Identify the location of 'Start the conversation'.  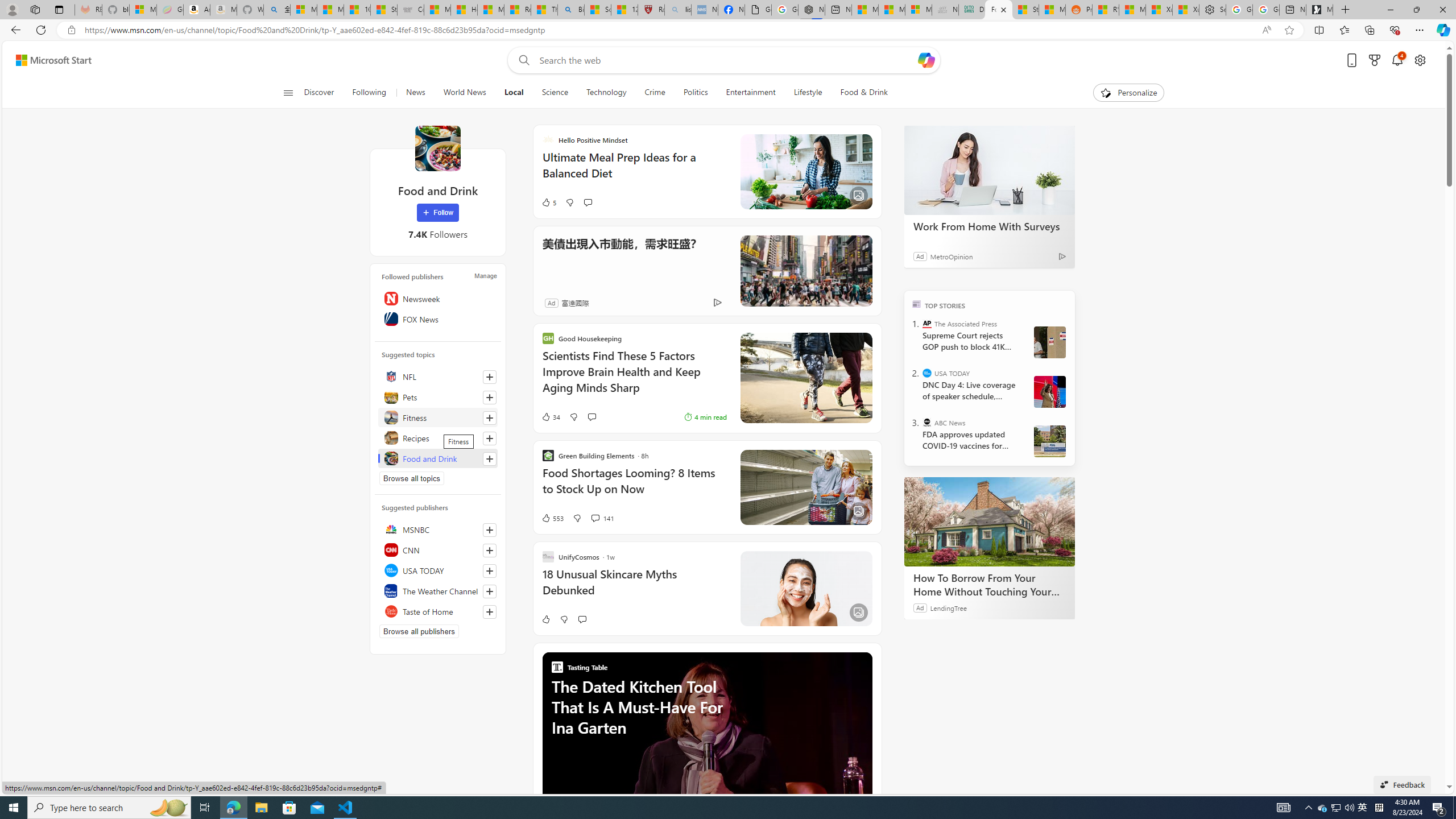
(581, 619).